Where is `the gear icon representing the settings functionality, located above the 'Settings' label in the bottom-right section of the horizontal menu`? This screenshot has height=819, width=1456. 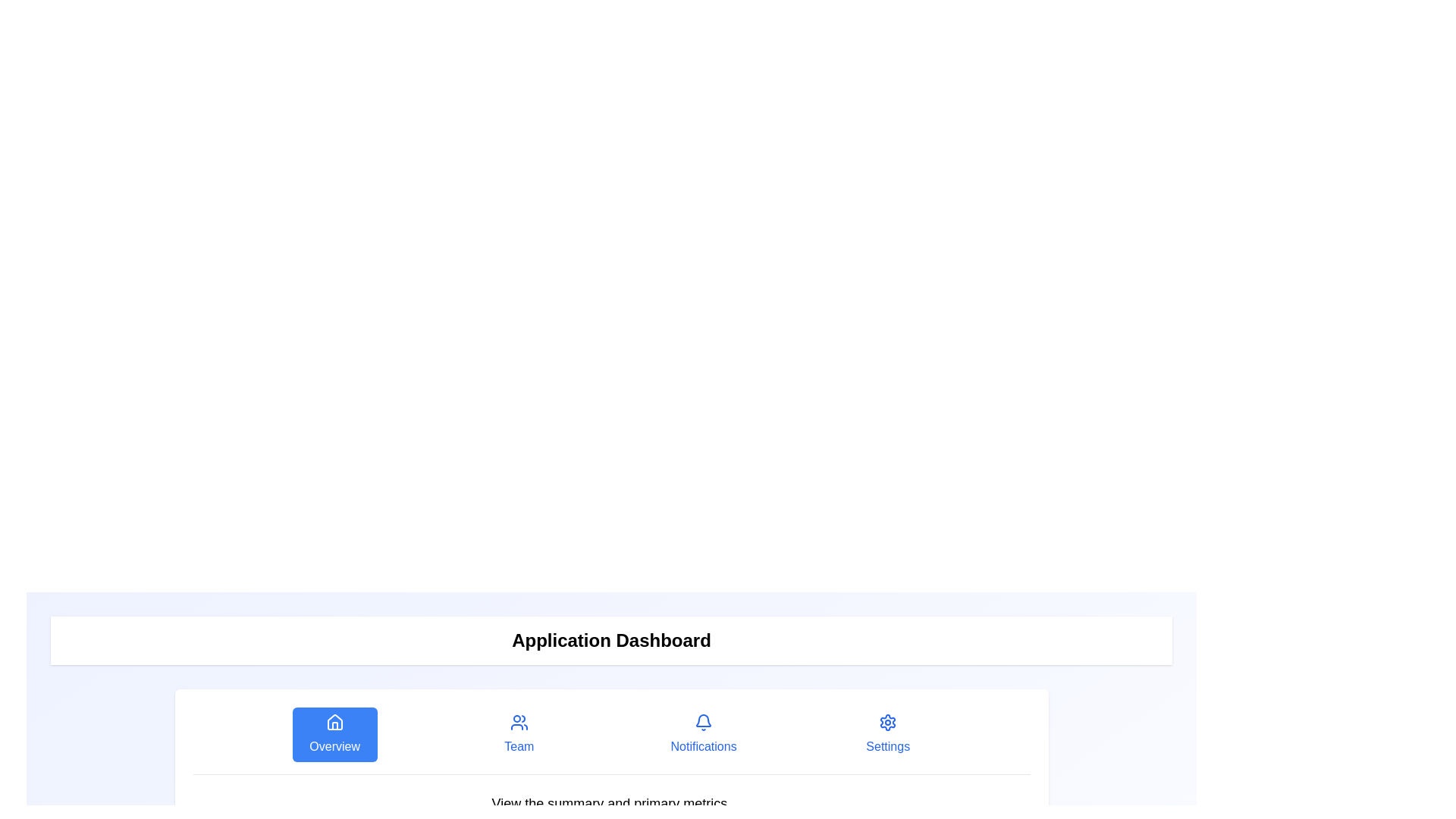 the gear icon representing the settings functionality, located above the 'Settings' label in the bottom-right section of the horizontal menu is located at coordinates (888, 721).